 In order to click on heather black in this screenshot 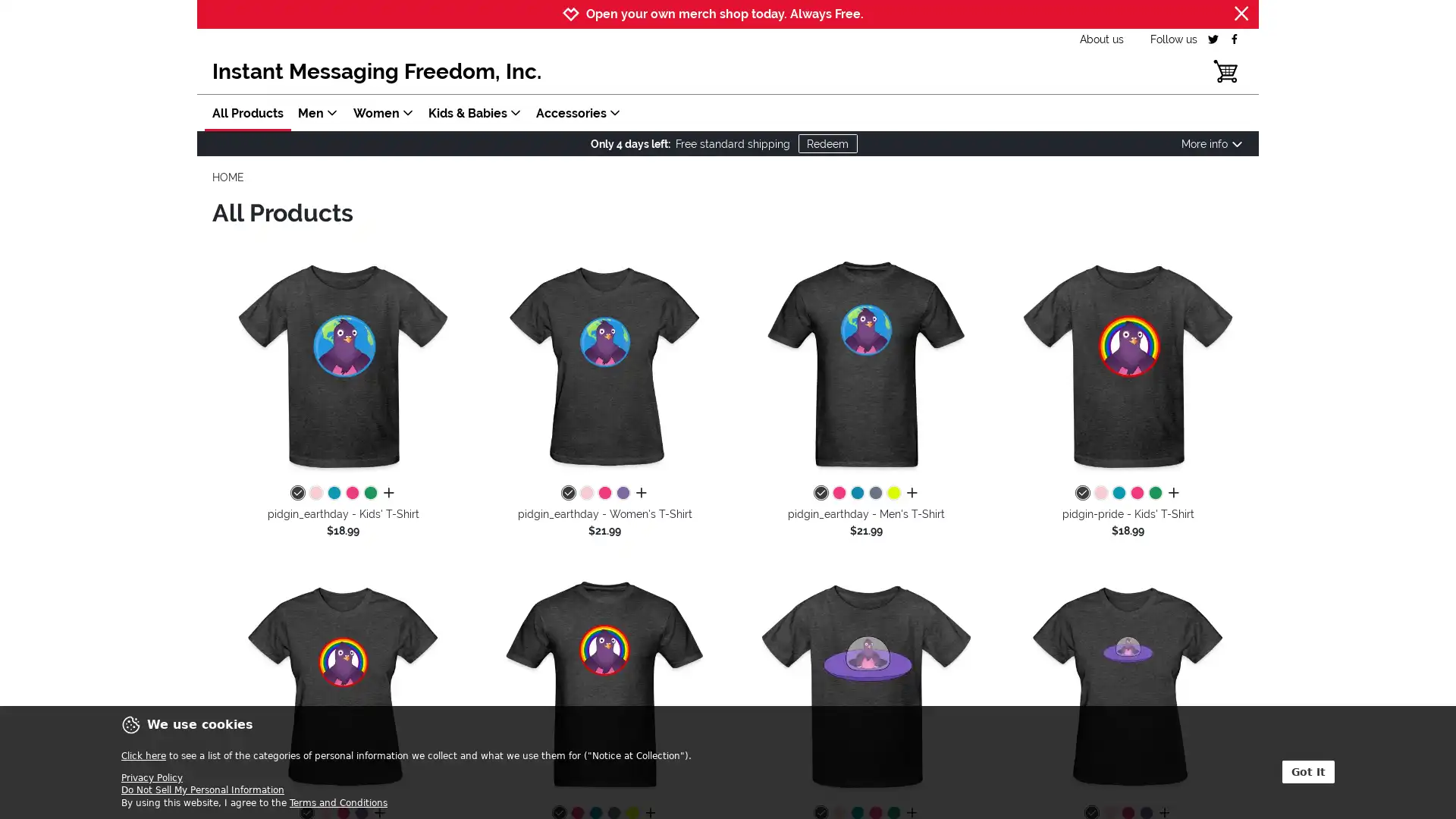, I will do `click(819, 494)`.